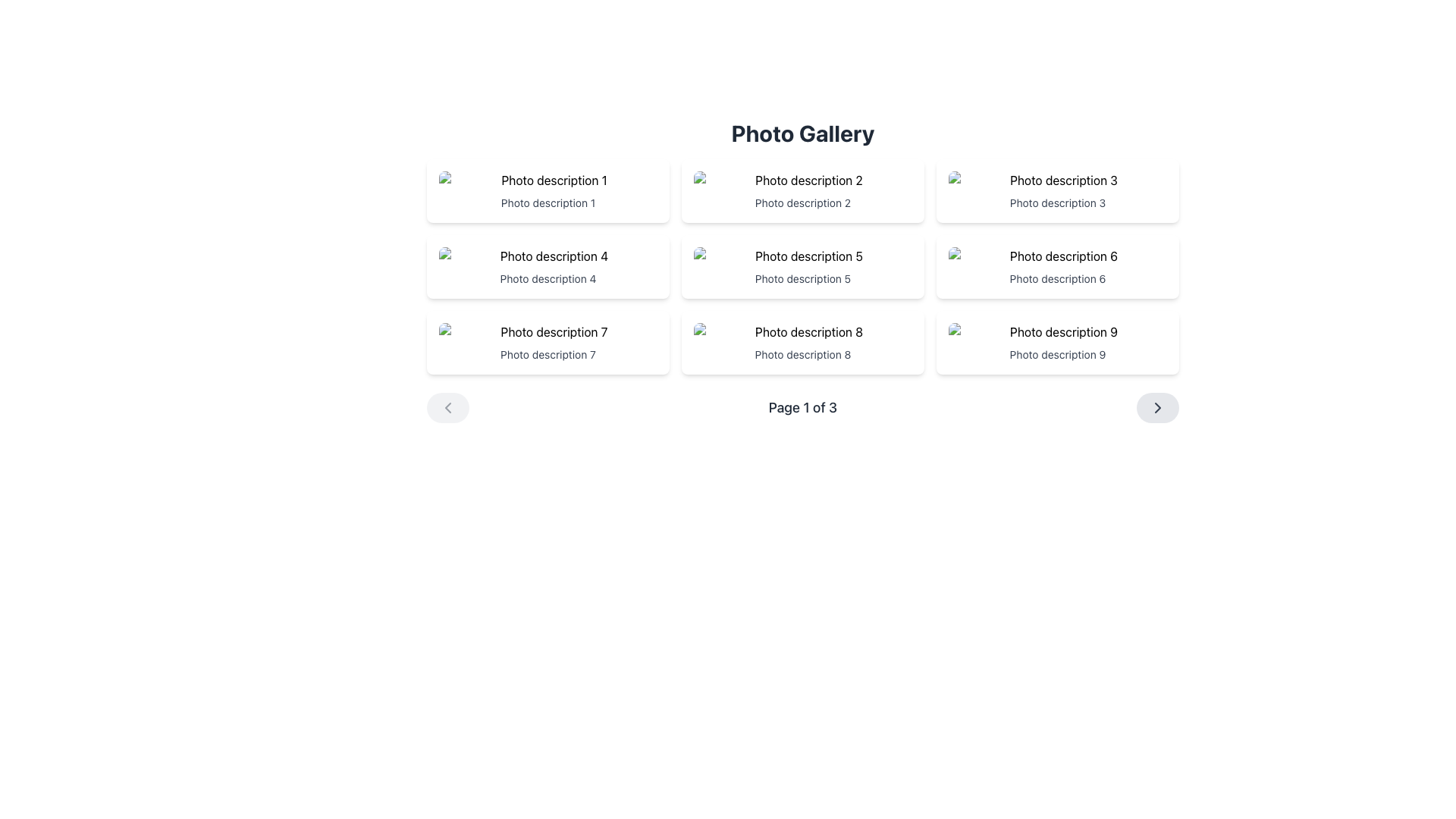 The image size is (1456, 819). What do you see at coordinates (802, 278) in the screenshot?
I see `the text label displaying 'Photo description 5' located beneath the image placeholder labeled 'Photo 5' in the central card of the second row in the photo gallery interface` at bounding box center [802, 278].